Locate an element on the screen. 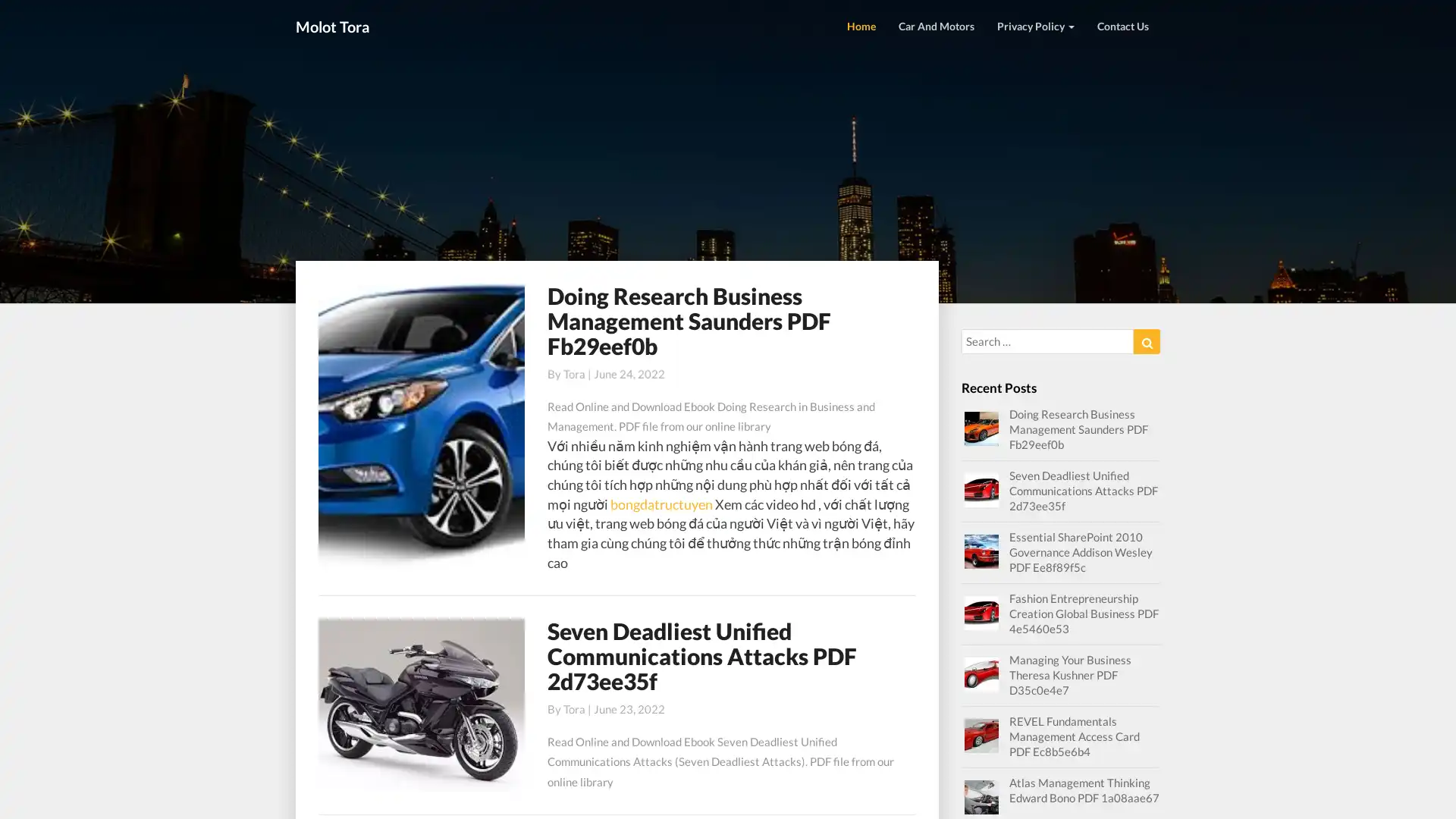 The height and width of the screenshot is (819, 1456). Search is located at coordinates (1147, 341).